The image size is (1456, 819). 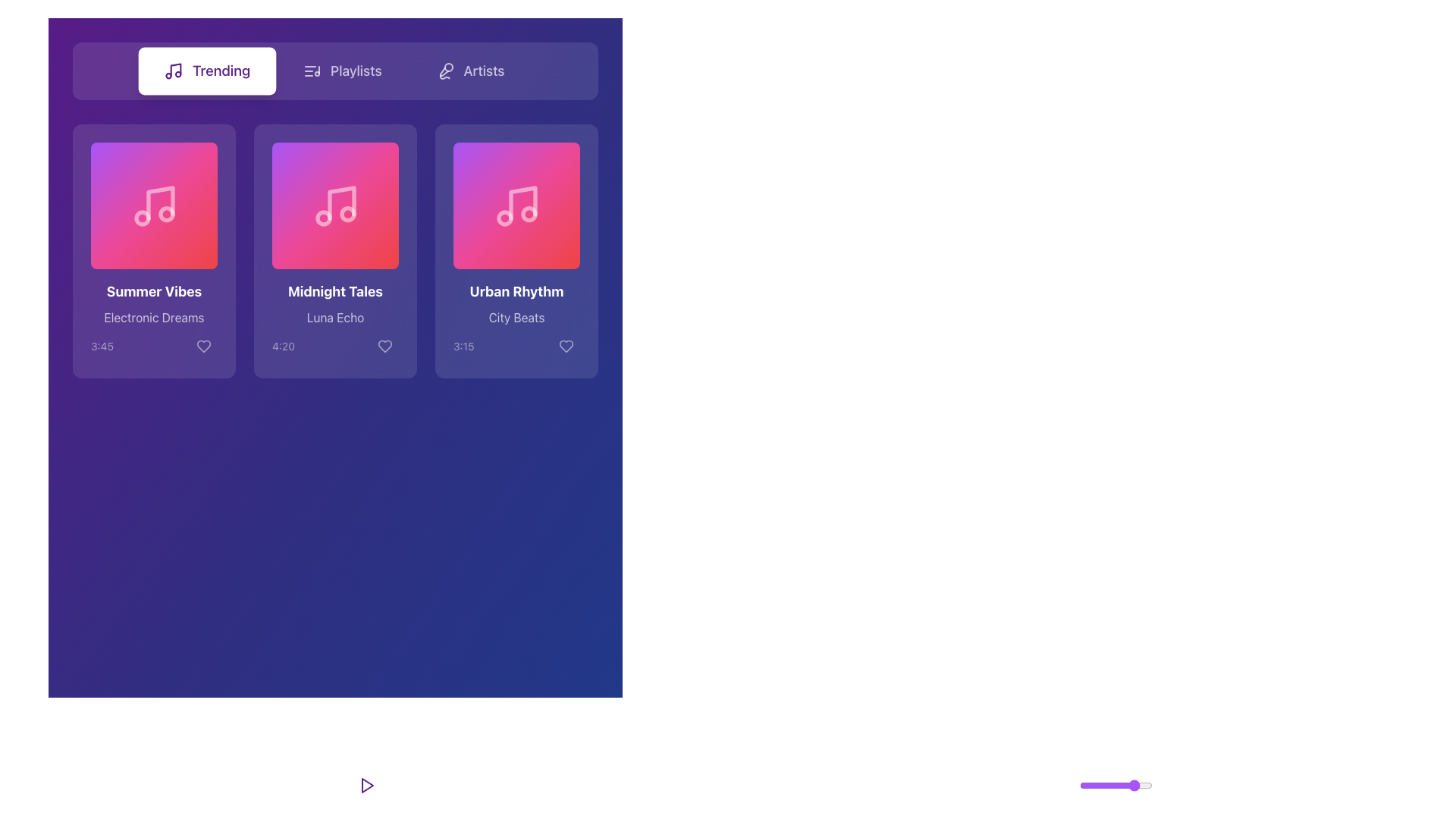 I want to click on the musical note icon, which is the central element of the 'Midnight Tales' card, positioned in the middle tile of a horizontally arranged card grid, so click(x=340, y=202).